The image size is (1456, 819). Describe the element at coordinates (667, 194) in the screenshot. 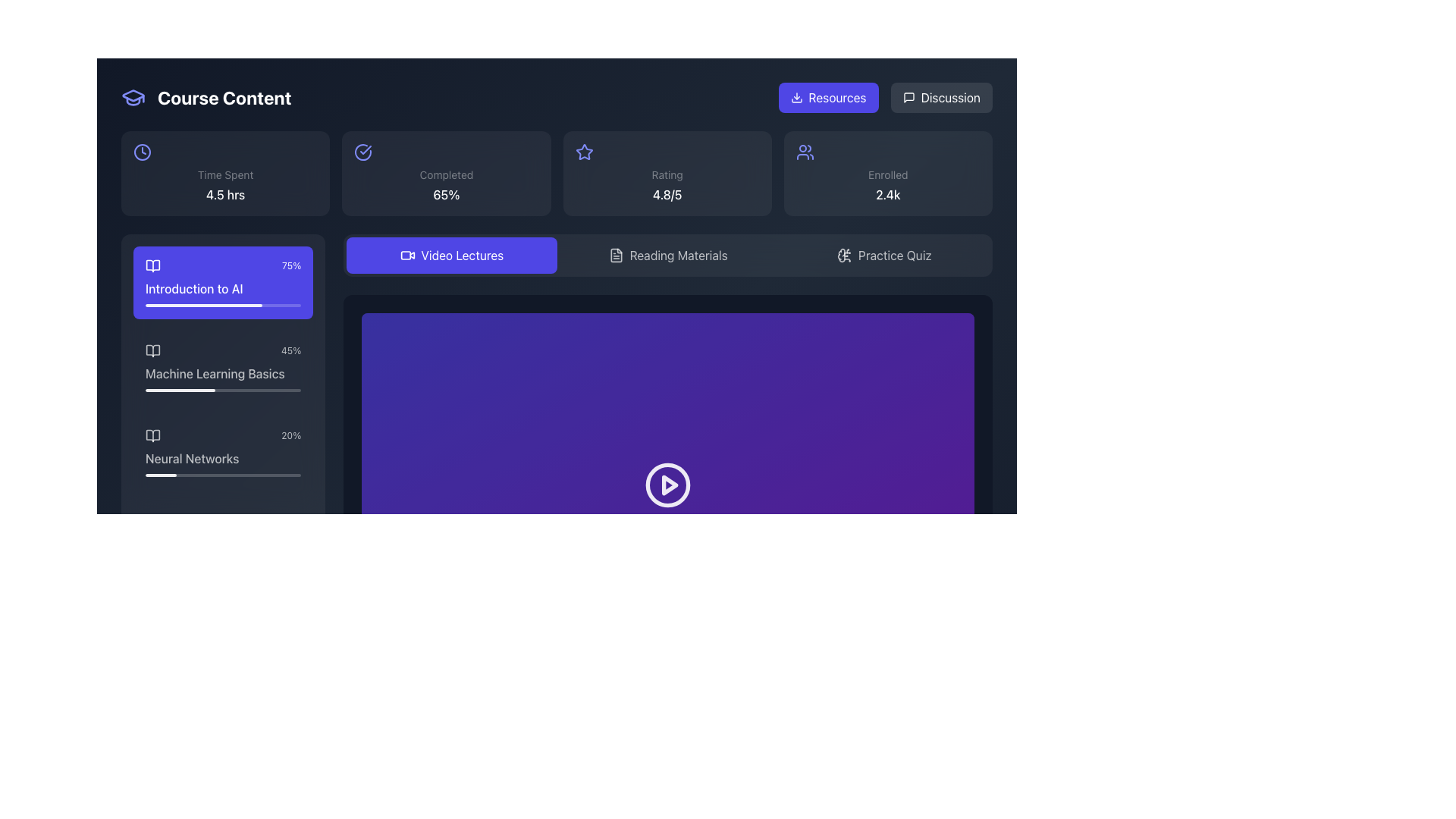

I see `the static text label displaying '4.8/5', which is positioned below the 'Rating' label inside a semi-transparent box` at that location.